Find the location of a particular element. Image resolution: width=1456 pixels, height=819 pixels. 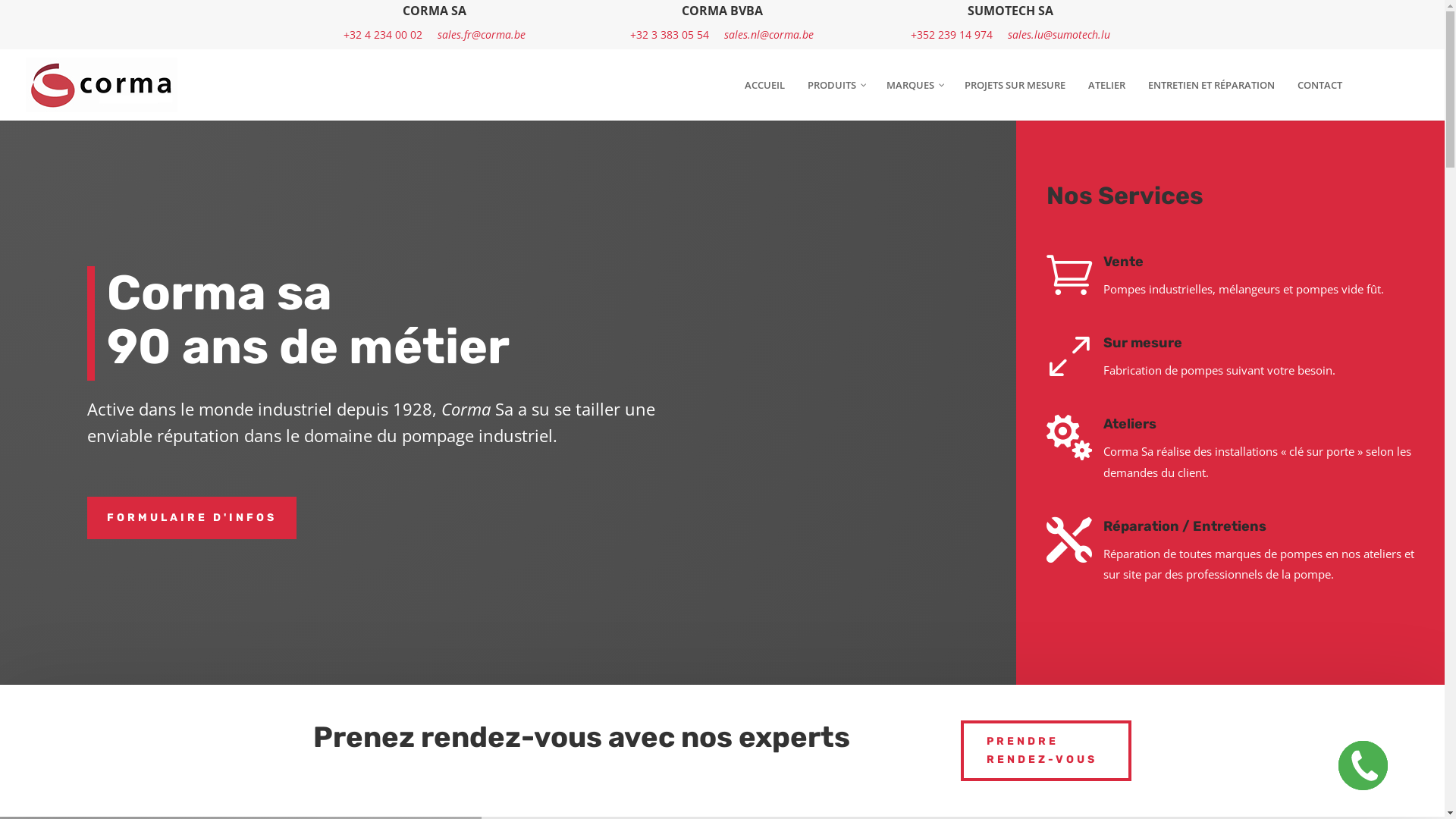

'Ateliers' is located at coordinates (1129, 424).